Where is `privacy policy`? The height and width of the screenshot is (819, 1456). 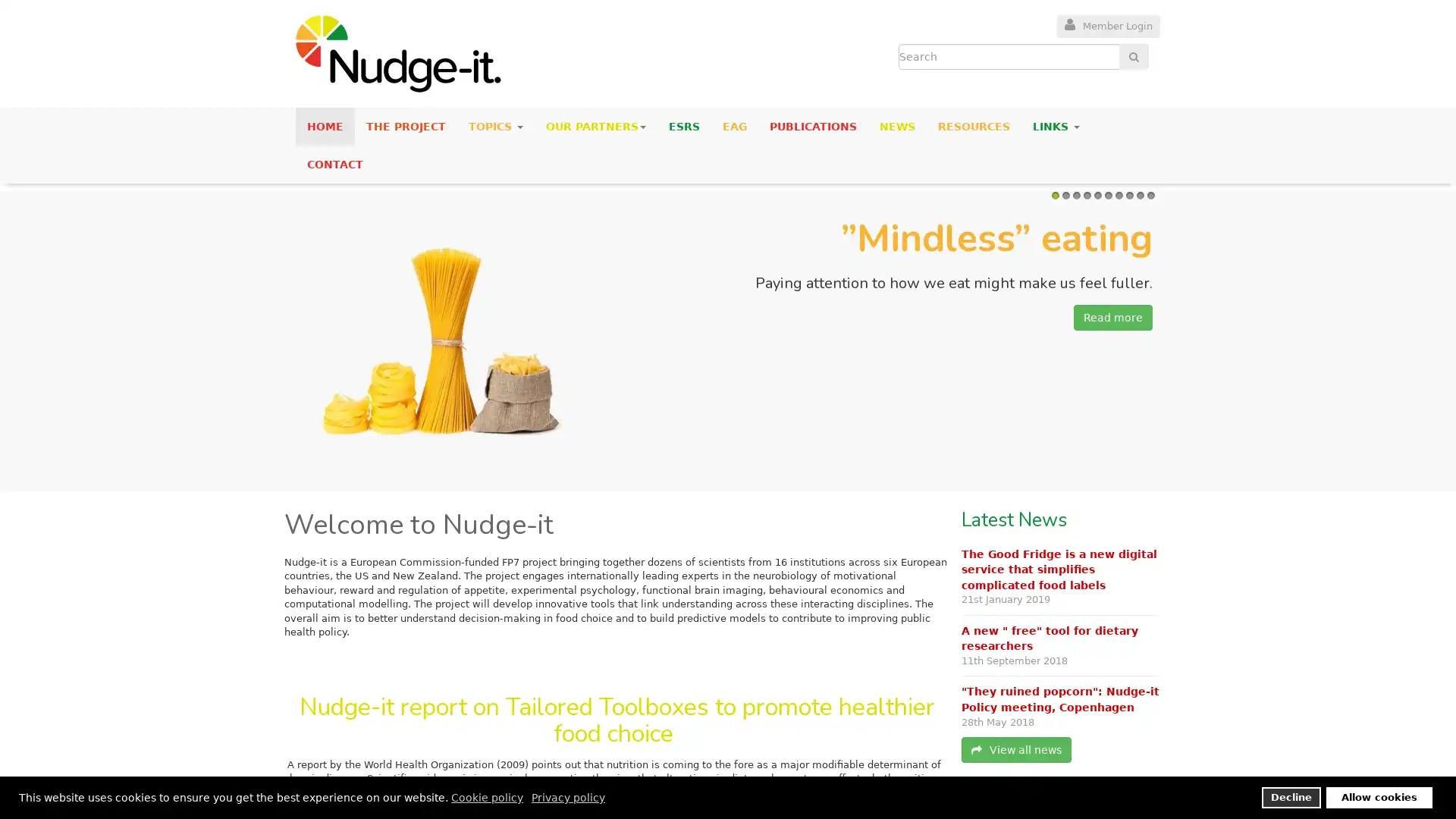 privacy policy is located at coordinates (567, 796).